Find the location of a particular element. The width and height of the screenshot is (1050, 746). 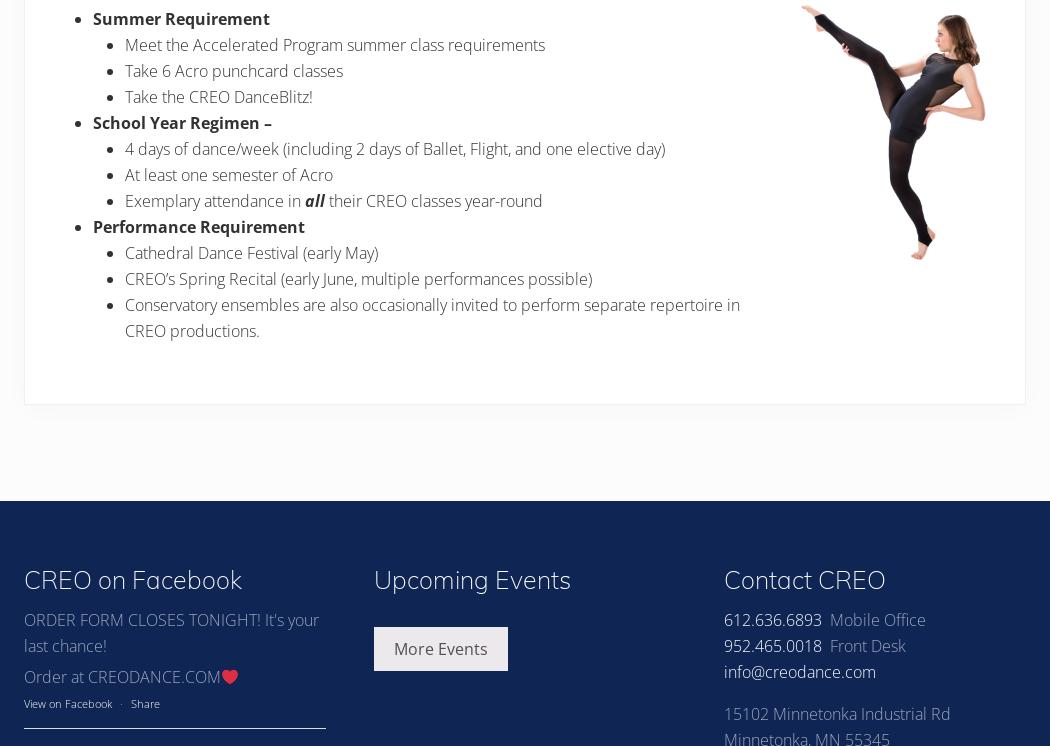

'Take the CREO DanceBlitz!' is located at coordinates (218, 96).